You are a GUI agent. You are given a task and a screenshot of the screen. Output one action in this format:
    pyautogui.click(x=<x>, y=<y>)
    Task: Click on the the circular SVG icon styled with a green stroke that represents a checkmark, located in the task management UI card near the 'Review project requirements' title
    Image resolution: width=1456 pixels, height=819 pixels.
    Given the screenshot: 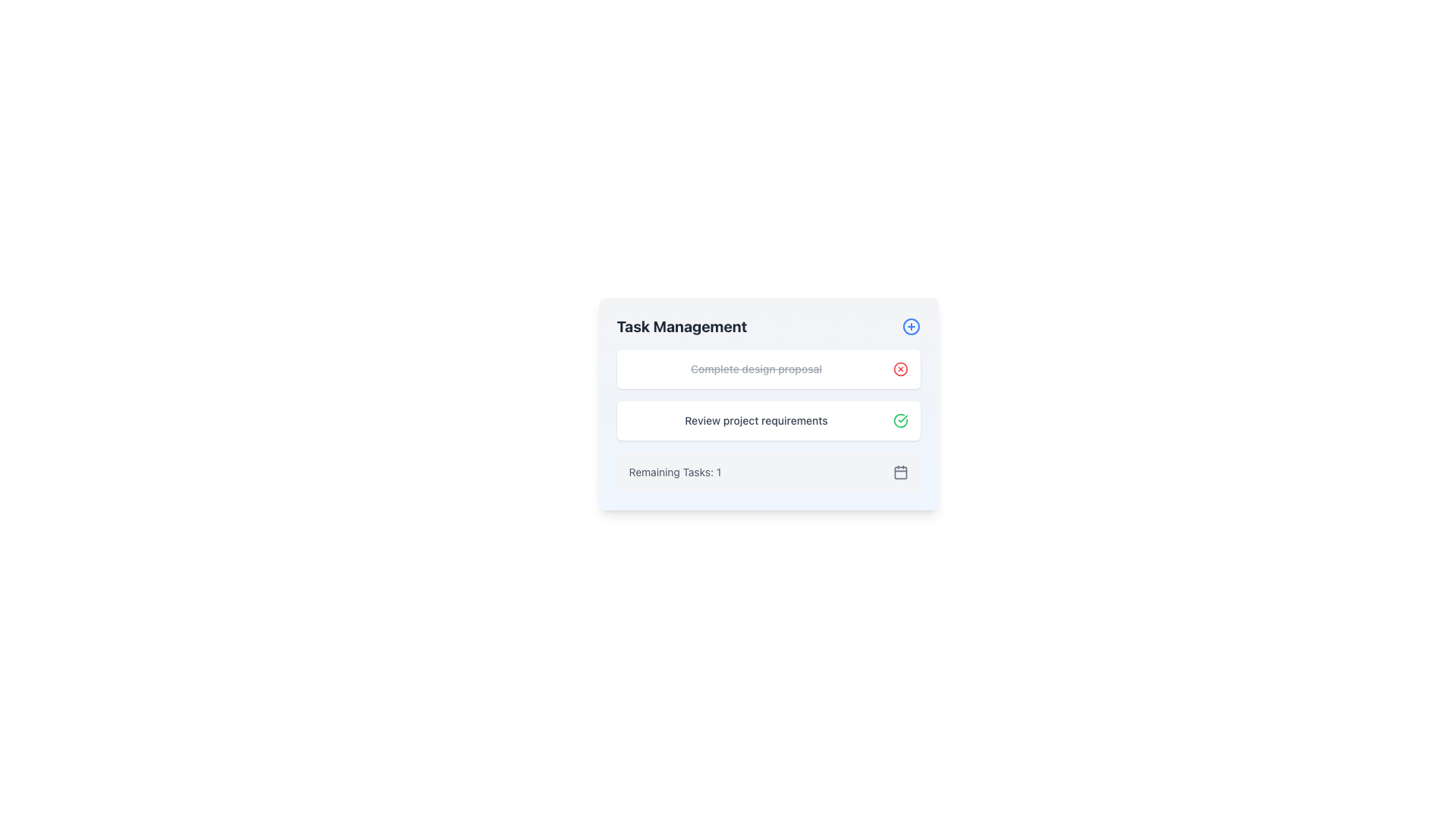 What is the action you would take?
    pyautogui.click(x=900, y=421)
    